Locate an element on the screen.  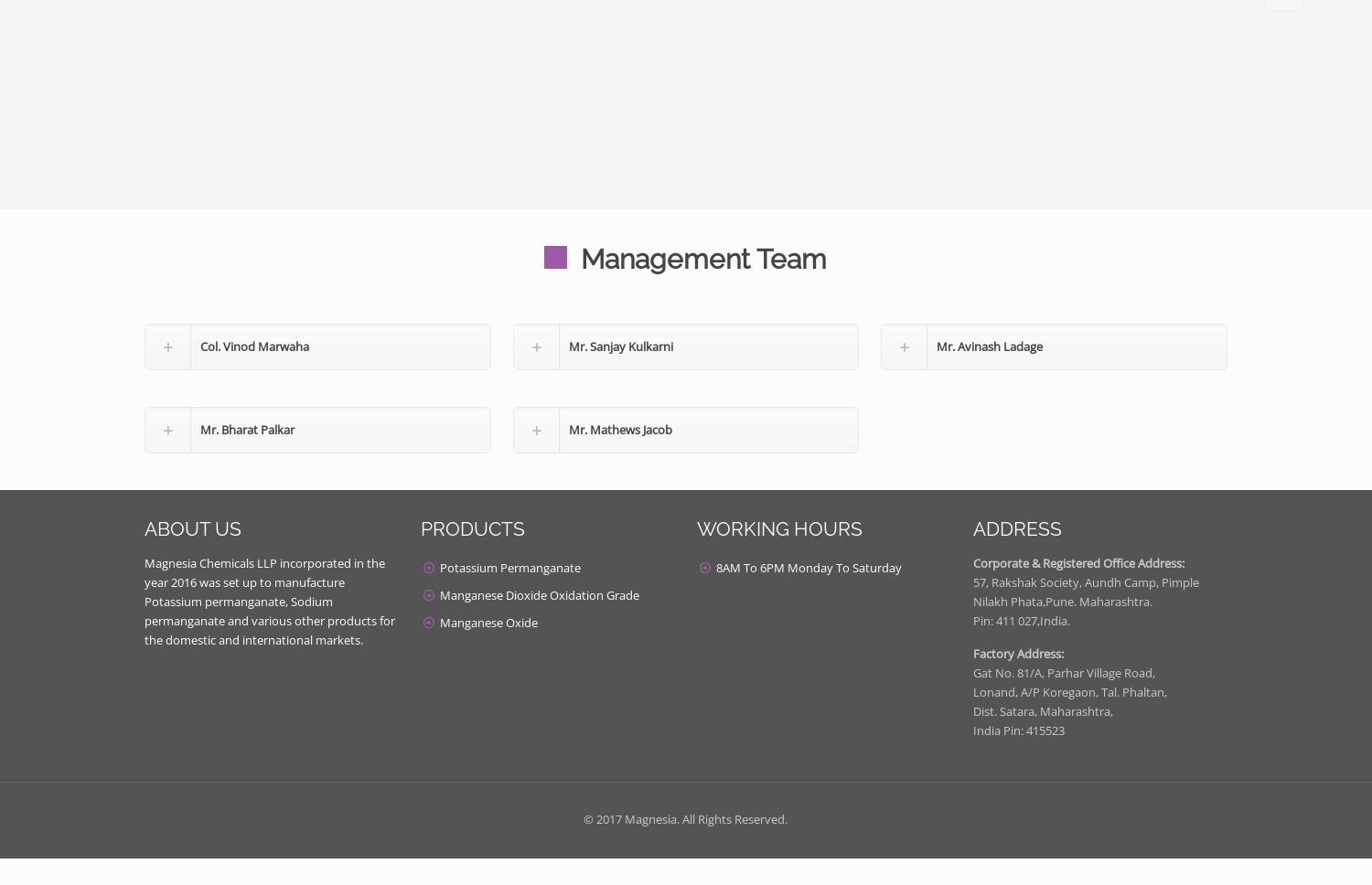
'57, Rakshak Society, Aundh Camp, Pimple Nilakh Phata,Pune. Maharashtra.' is located at coordinates (1086, 592).